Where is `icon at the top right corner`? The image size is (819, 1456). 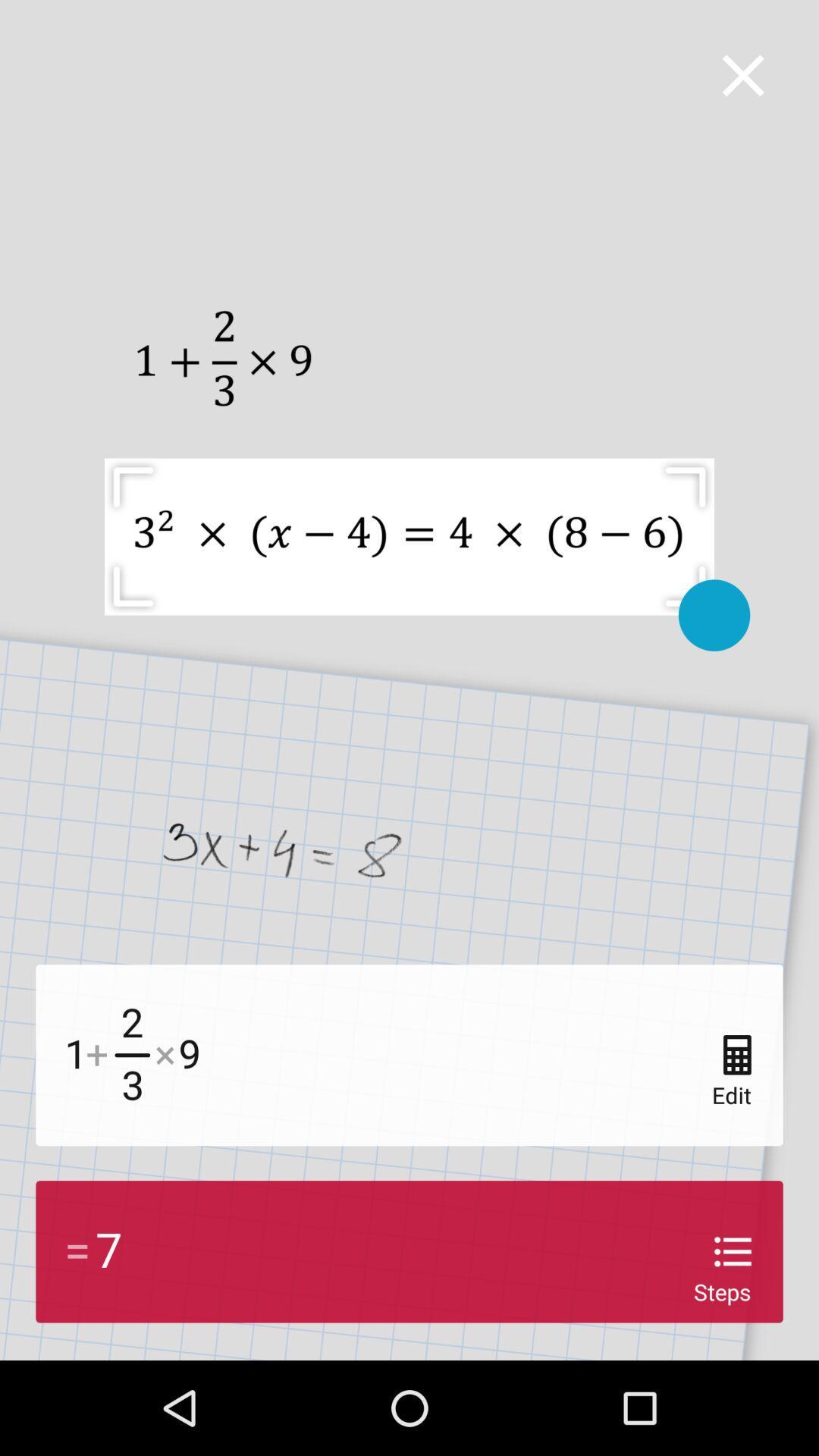 icon at the top right corner is located at coordinates (742, 74).